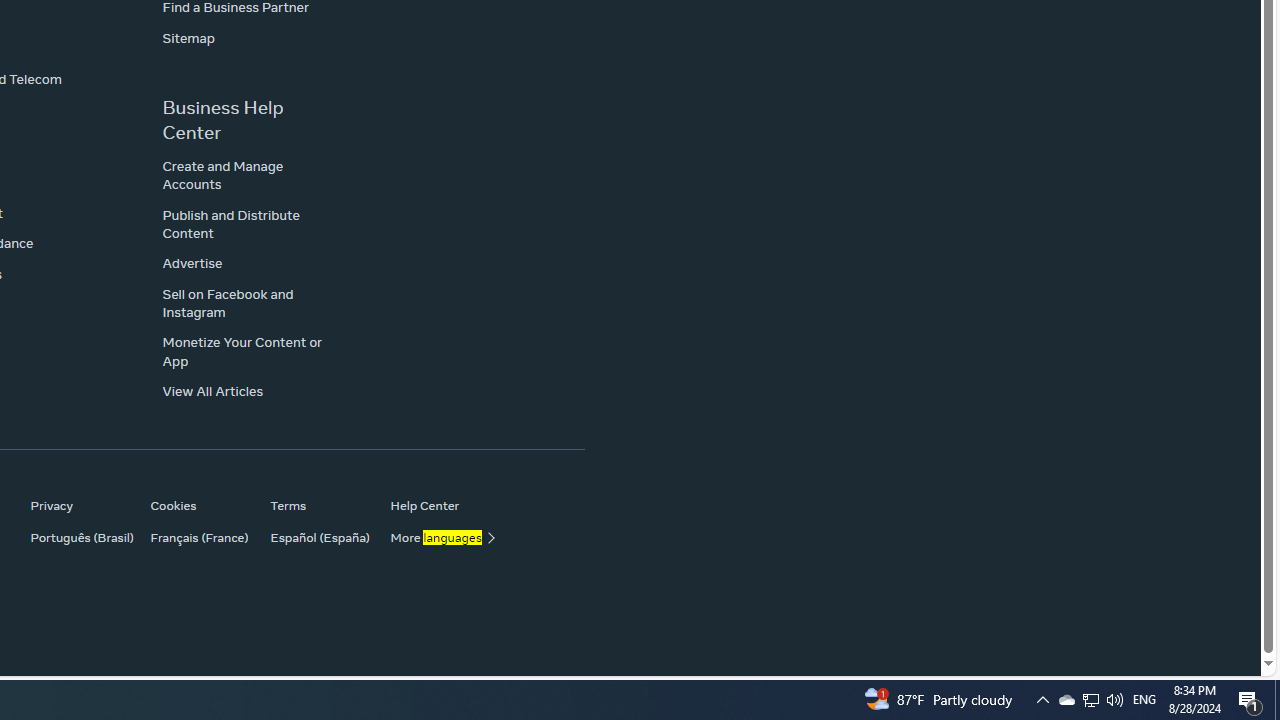 This screenshot has height=720, width=1280. I want to click on 'Privacy', so click(80, 504).